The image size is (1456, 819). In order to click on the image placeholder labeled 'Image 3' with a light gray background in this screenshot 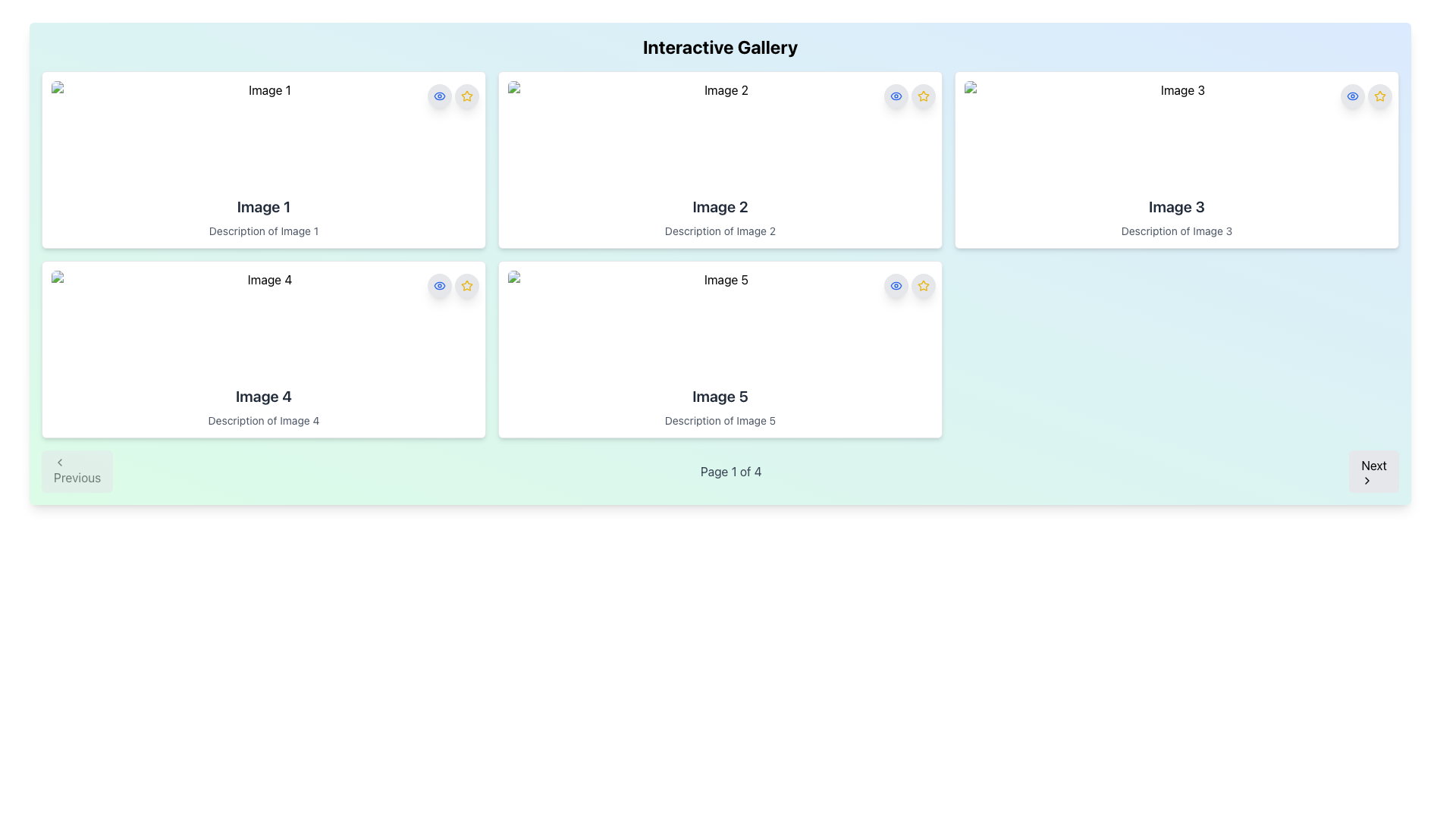, I will do `click(1175, 134)`.